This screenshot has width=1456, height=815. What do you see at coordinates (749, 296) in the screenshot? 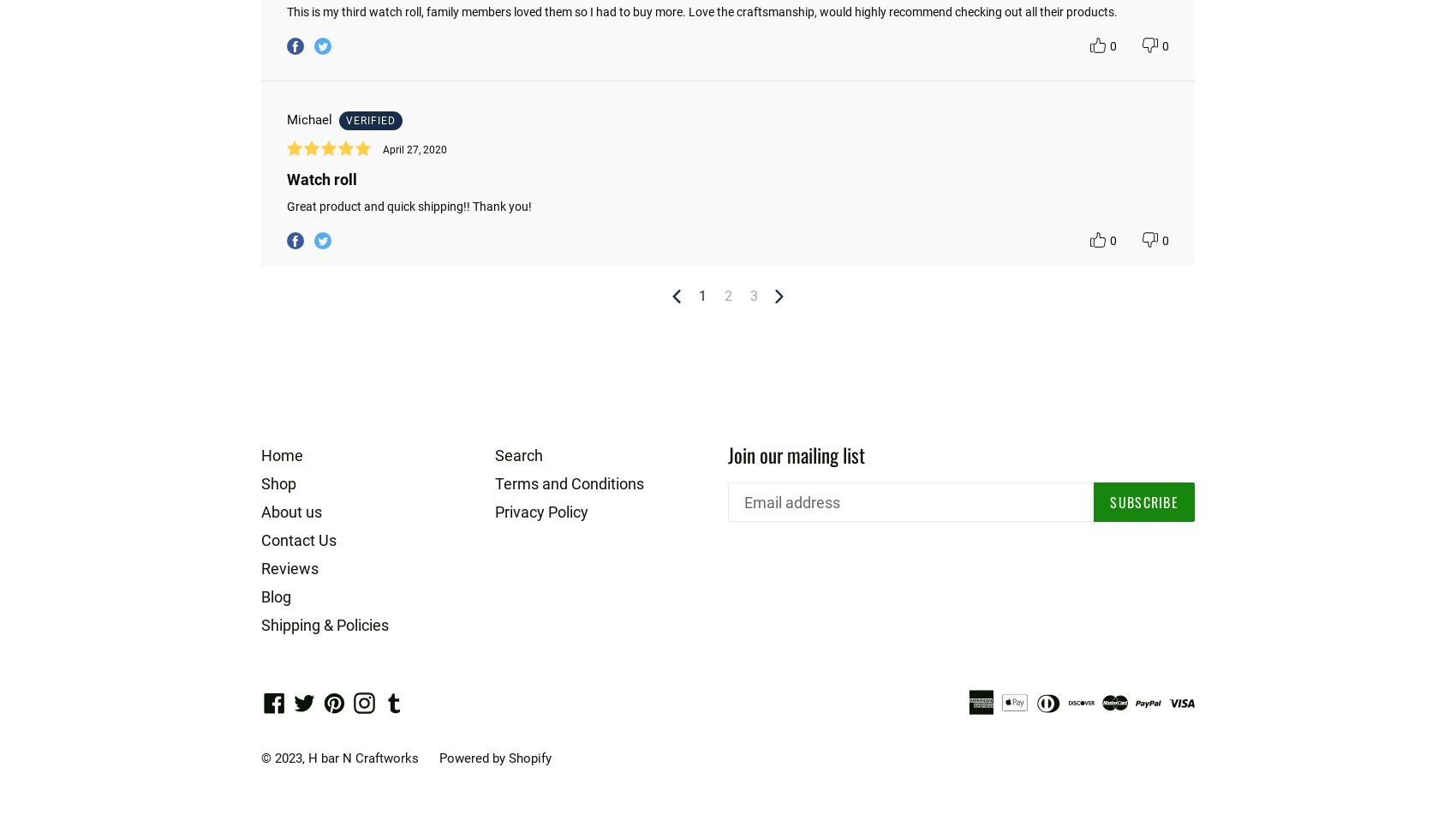
I see `'3'` at bounding box center [749, 296].